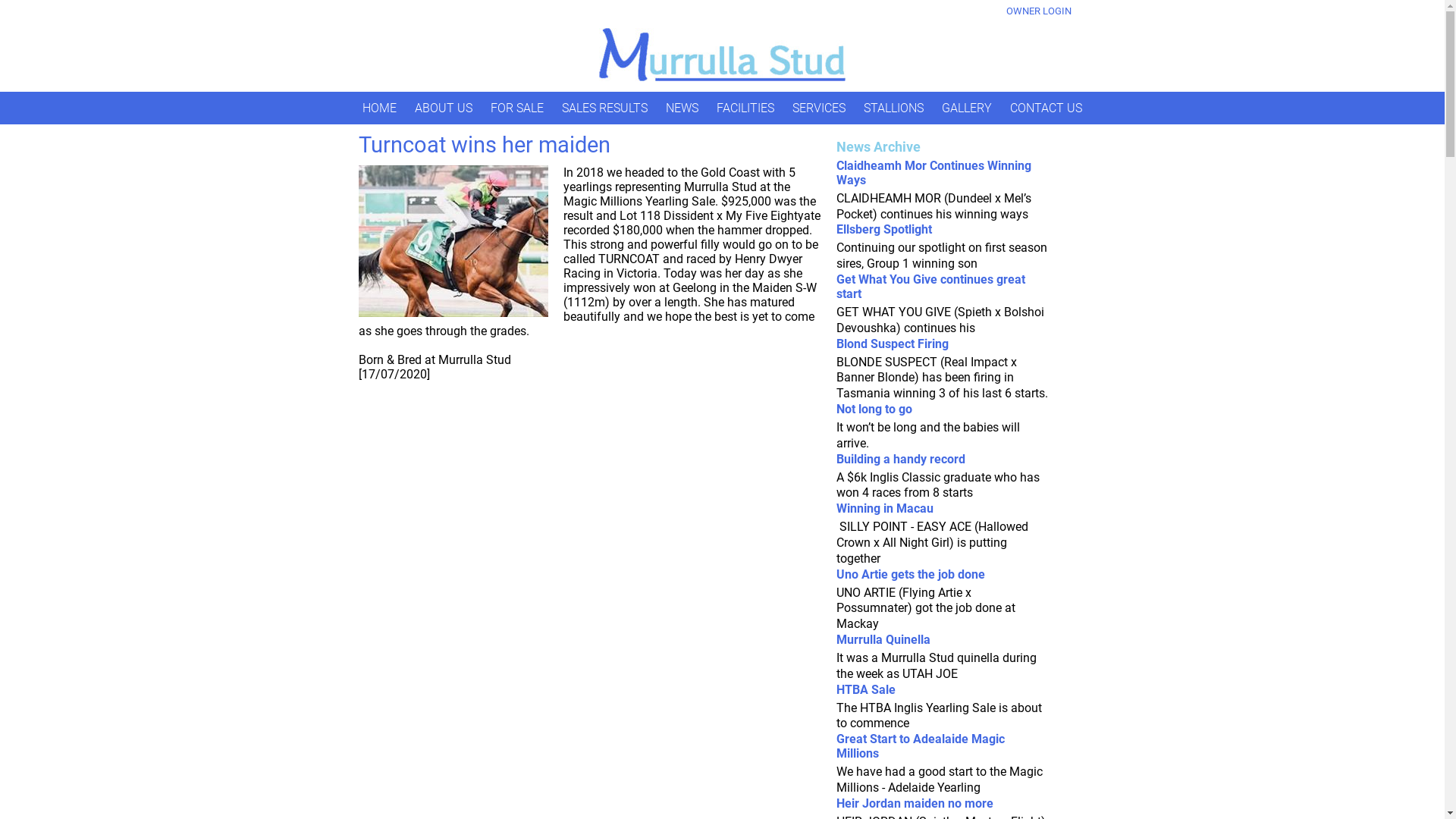 The width and height of the screenshot is (1456, 819). Describe the element at coordinates (884, 508) in the screenshot. I see `'Winning in Macau'` at that location.